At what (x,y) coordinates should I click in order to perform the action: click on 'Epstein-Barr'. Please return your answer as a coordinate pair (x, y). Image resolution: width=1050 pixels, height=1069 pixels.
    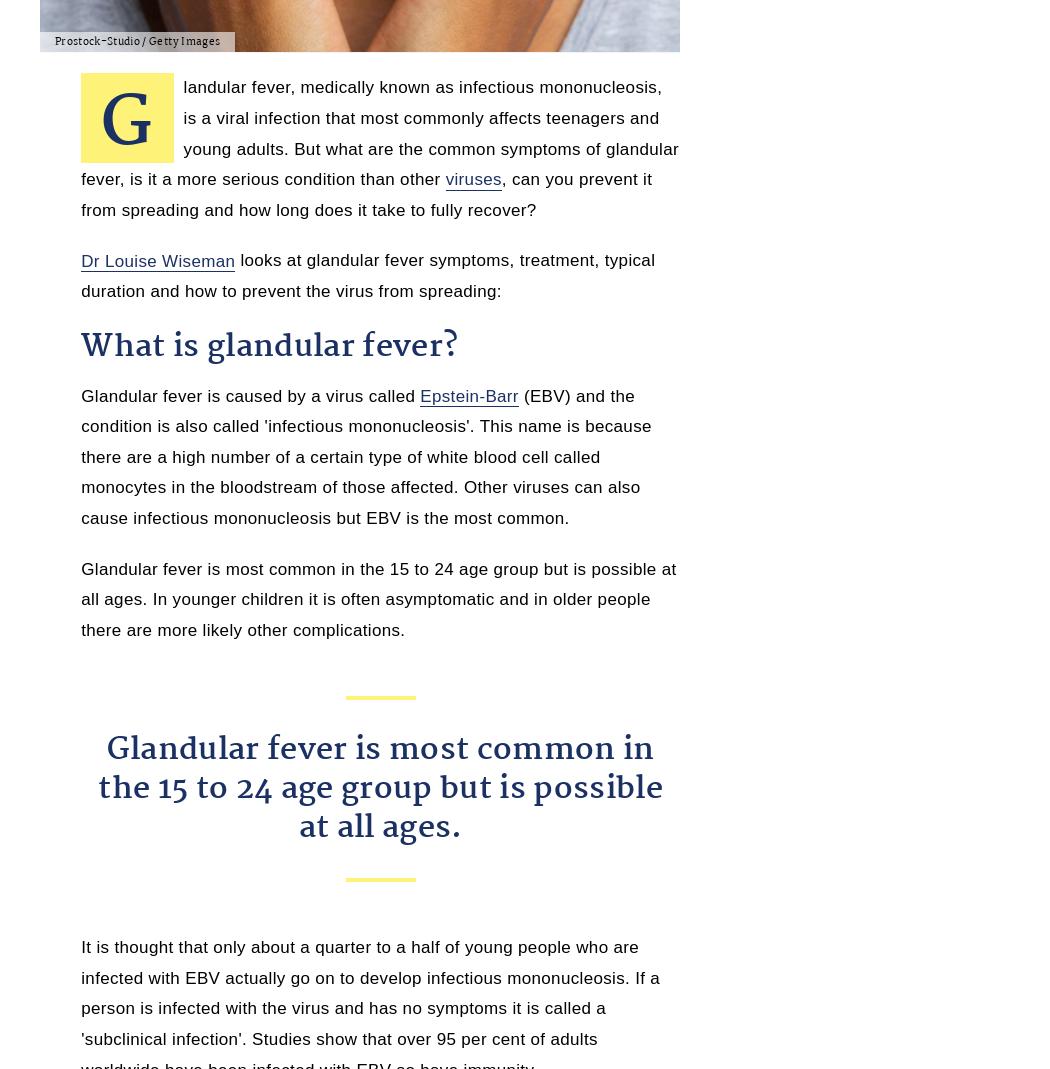
    Looking at the image, I should click on (419, 395).